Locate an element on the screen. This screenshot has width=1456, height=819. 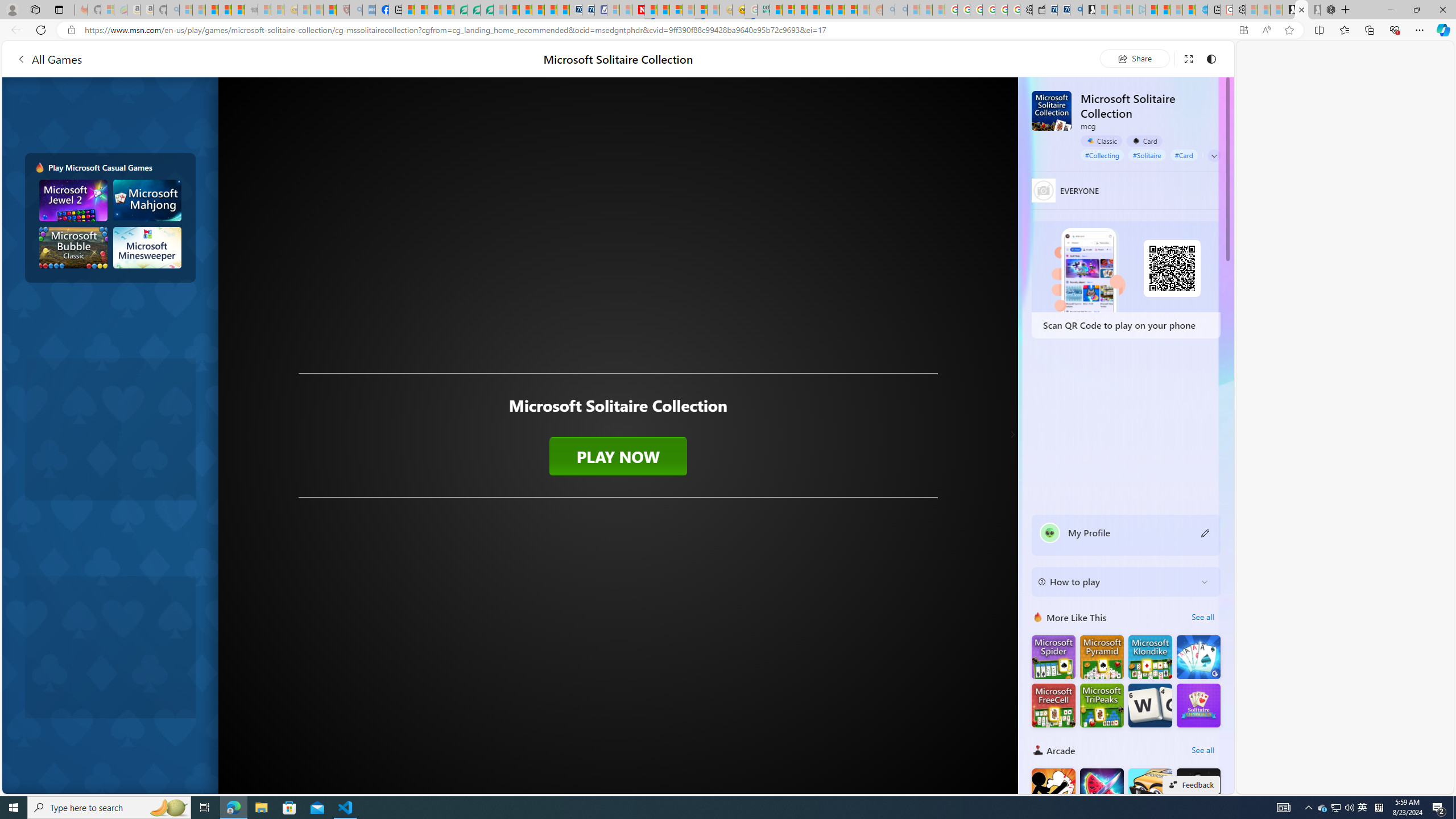
'Latest Politics News & Archive | Newsweek.com' is located at coordinates (638, 9).